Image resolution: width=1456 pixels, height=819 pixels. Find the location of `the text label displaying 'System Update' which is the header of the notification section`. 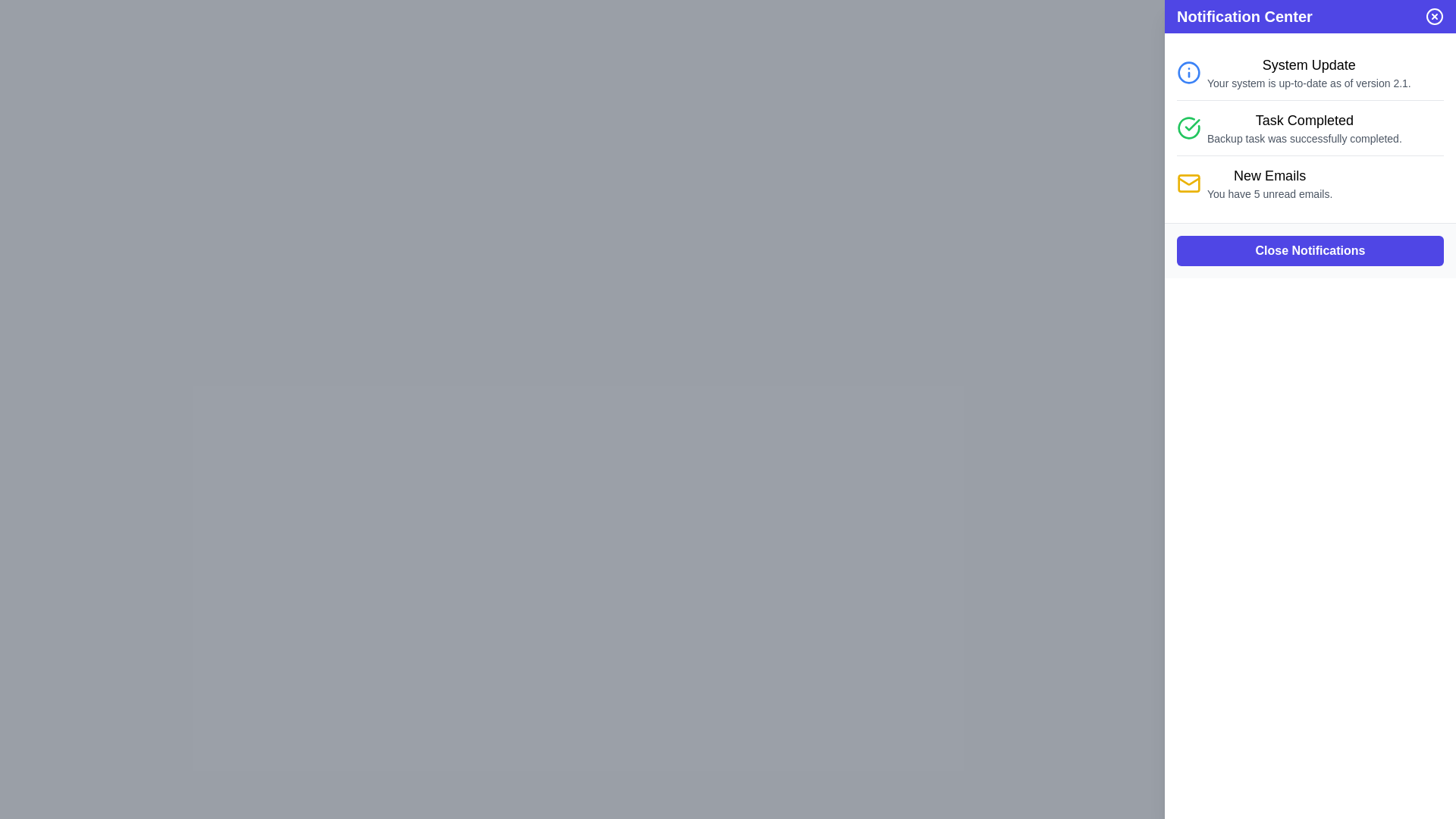

the text label displaying 'System Update' which is the header of the notification section is located at coordinates (1308, 64).